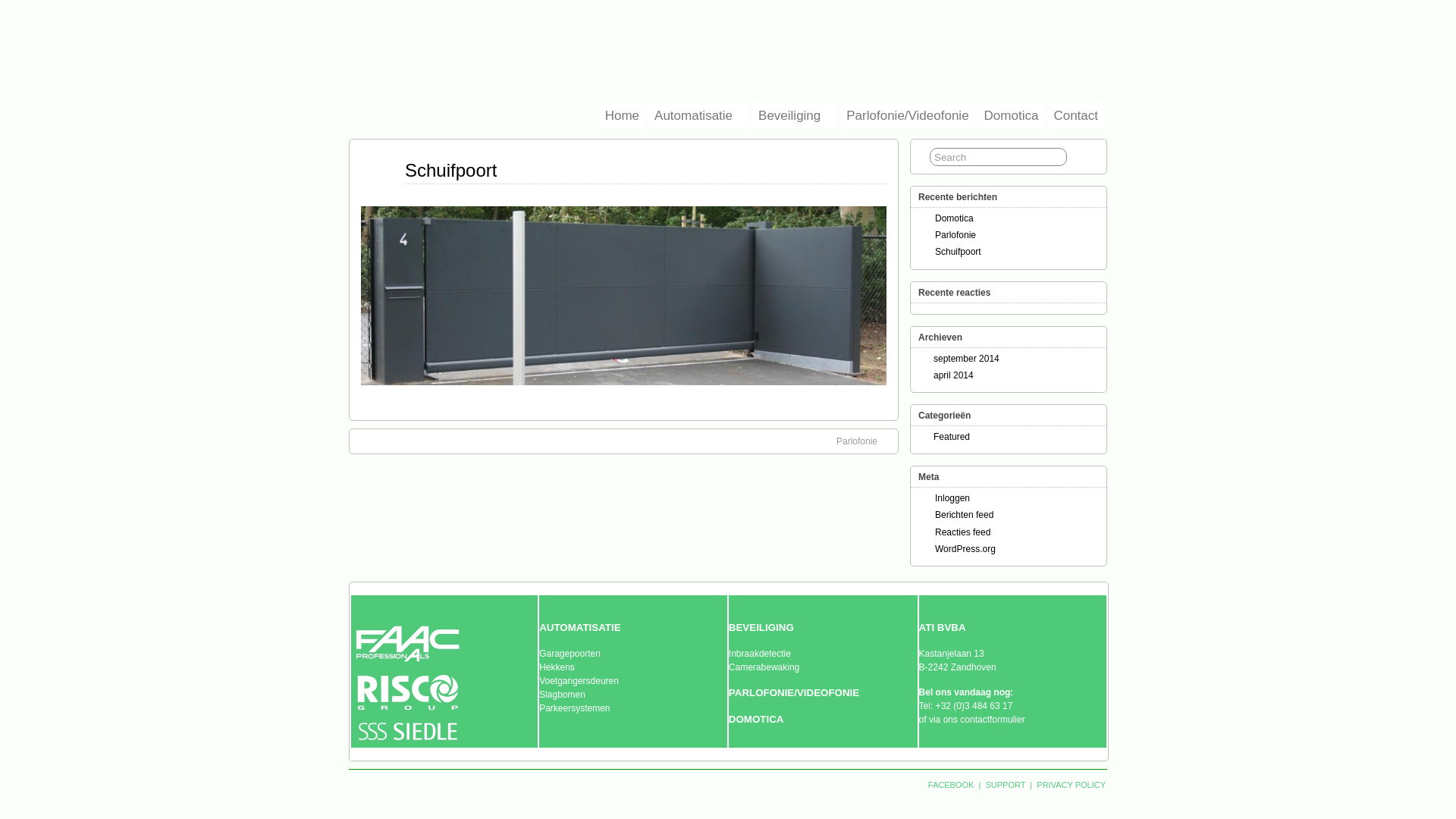 This screenshot has height=819, width=1456. Describe the element at coordinates (962, 531) in the screenshot. I see `'Reacties feed'` at that location.